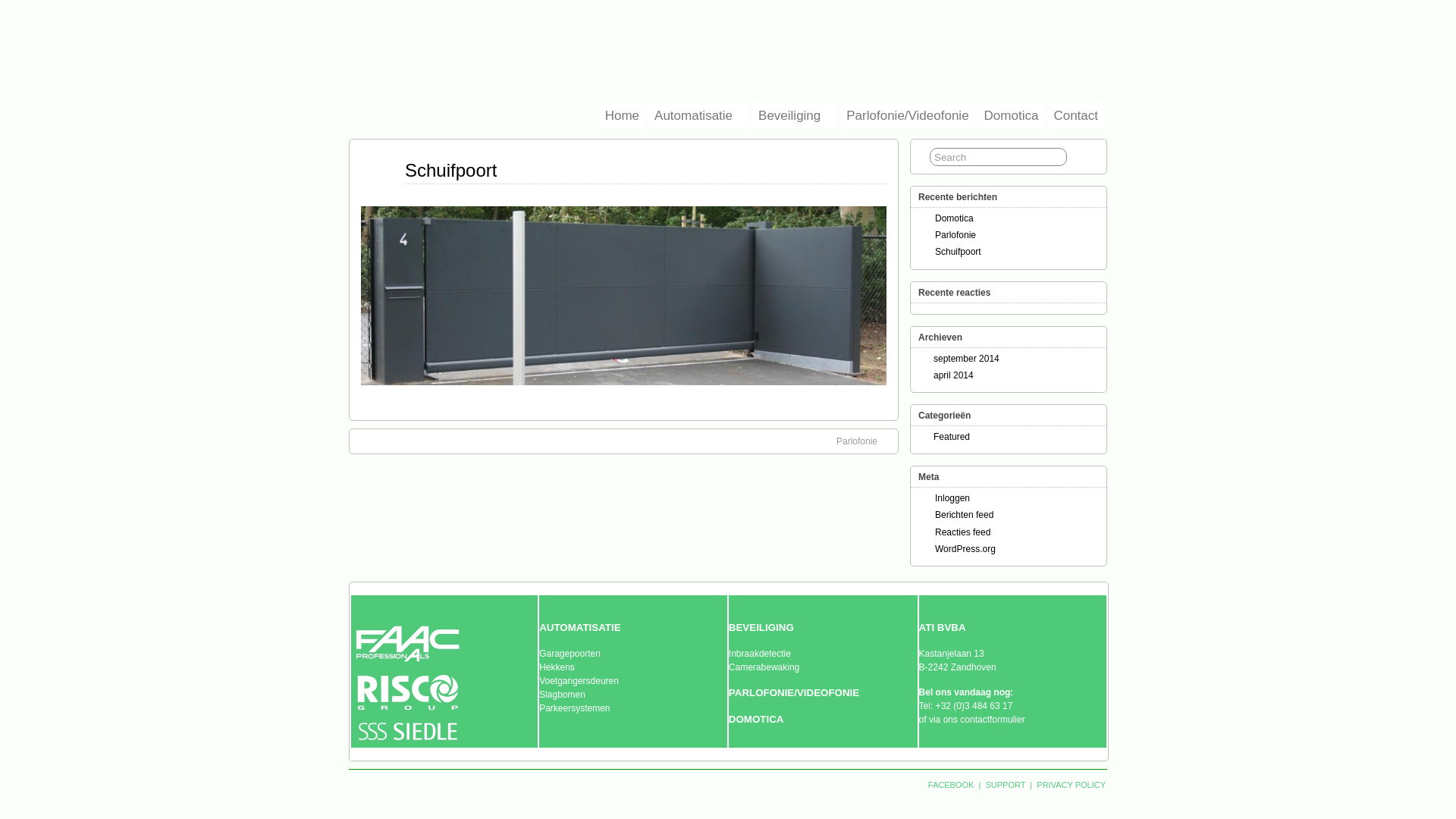 This screenshot has height=819, width=1456. Describe the element at coordinates (962, 531) in the screenshot. I see `'Reacties feed'` at that location.